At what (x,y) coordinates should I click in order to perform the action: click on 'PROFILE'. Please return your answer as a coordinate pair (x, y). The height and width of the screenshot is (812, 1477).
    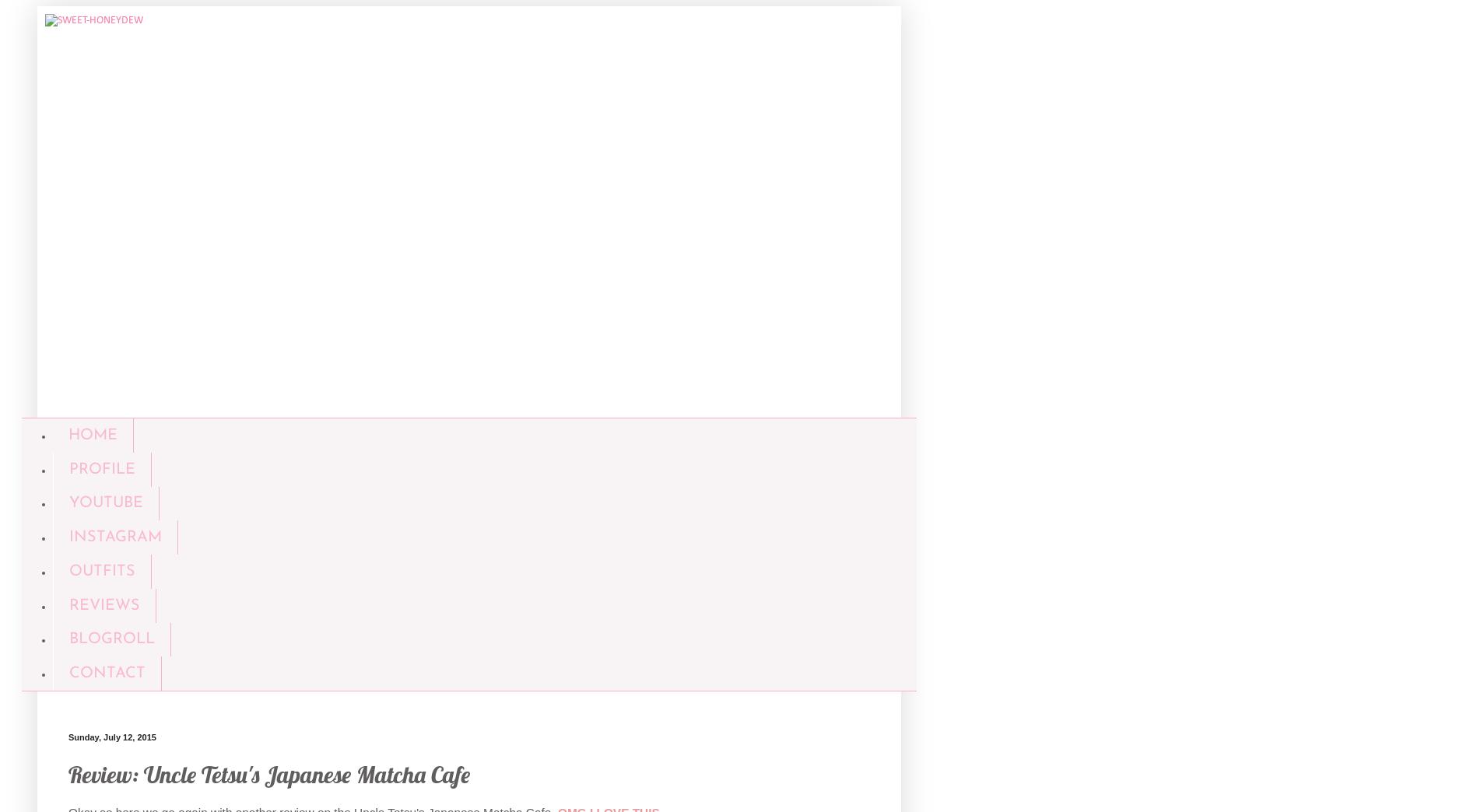
    Looking at the image, I should click on (101, 469).